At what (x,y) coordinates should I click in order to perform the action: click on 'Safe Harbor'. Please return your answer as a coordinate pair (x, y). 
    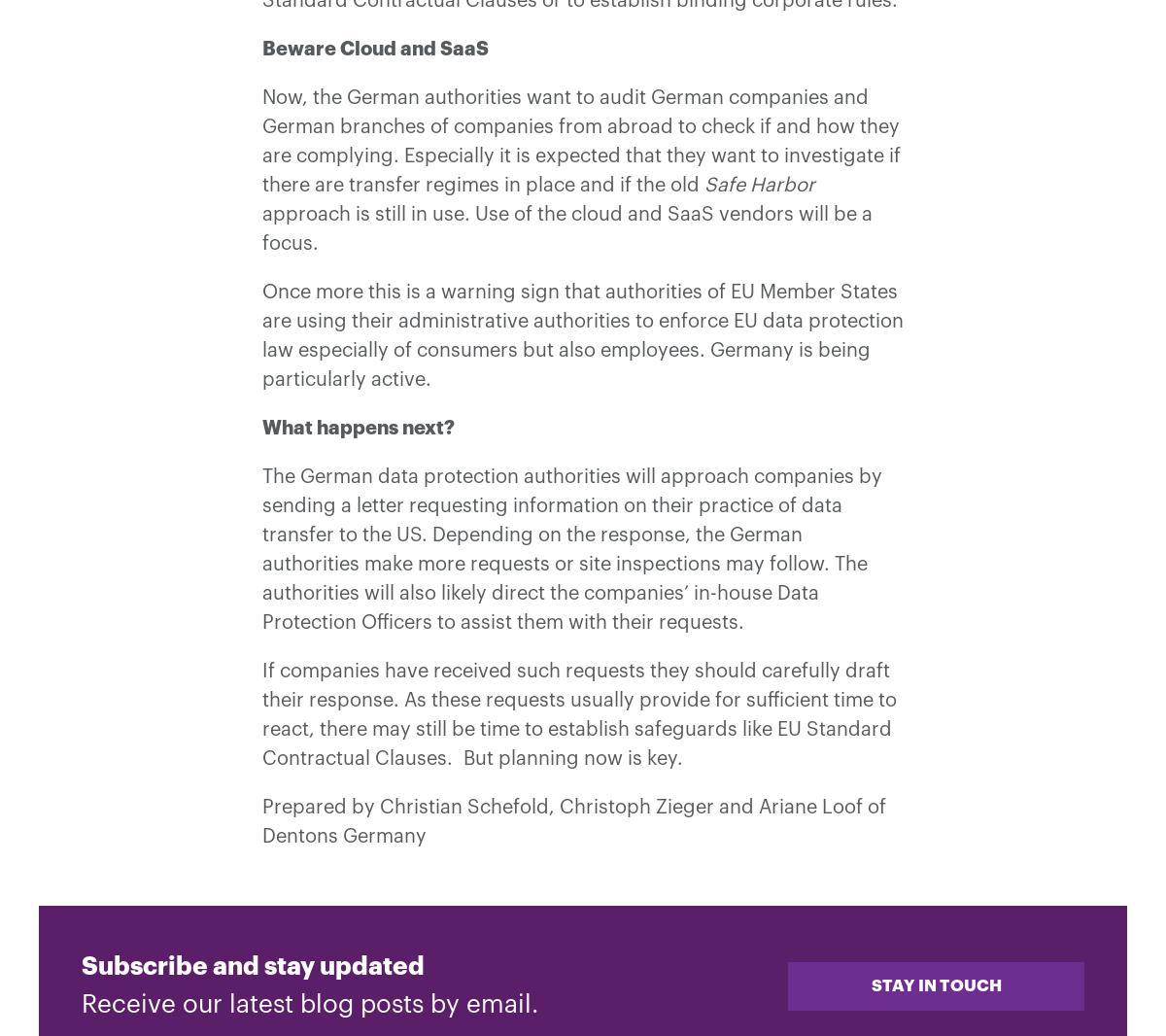
    Looking at the image, I should click on (759, 185).